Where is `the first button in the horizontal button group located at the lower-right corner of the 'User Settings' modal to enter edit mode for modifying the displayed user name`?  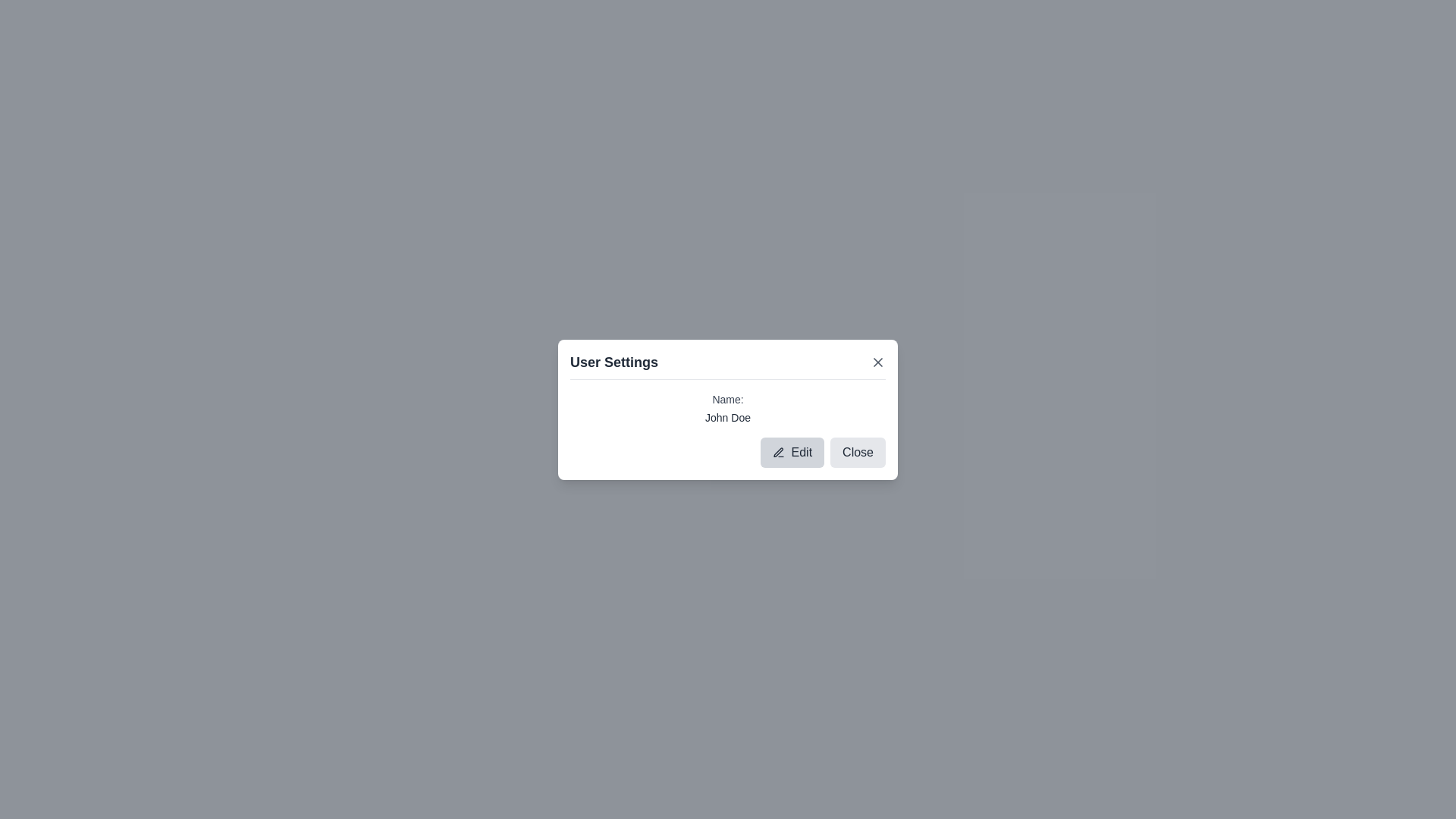 the first button in the horizontal button group located at the lower-right corner of the 'User Settings' modal to enter edit mode for modifying the displayed user name is located at coordinates (792, 451).